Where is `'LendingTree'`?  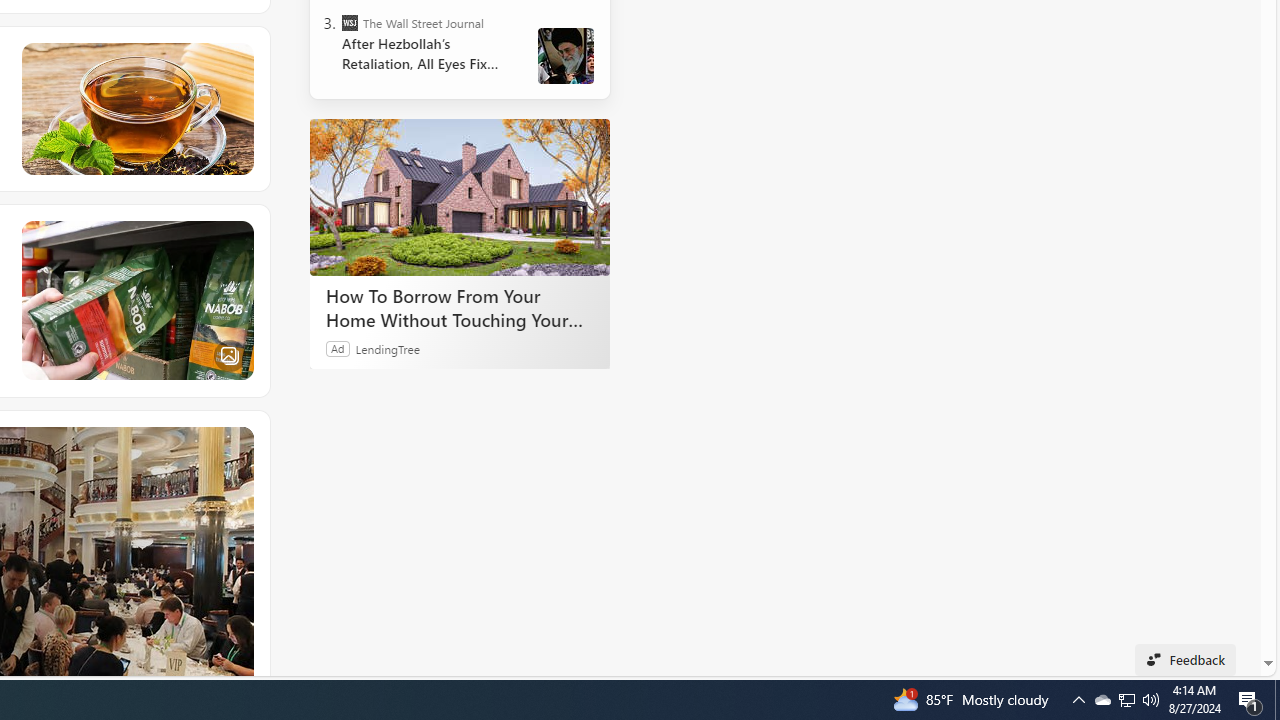 'LendingTree' is located at coordinates (387, 347).